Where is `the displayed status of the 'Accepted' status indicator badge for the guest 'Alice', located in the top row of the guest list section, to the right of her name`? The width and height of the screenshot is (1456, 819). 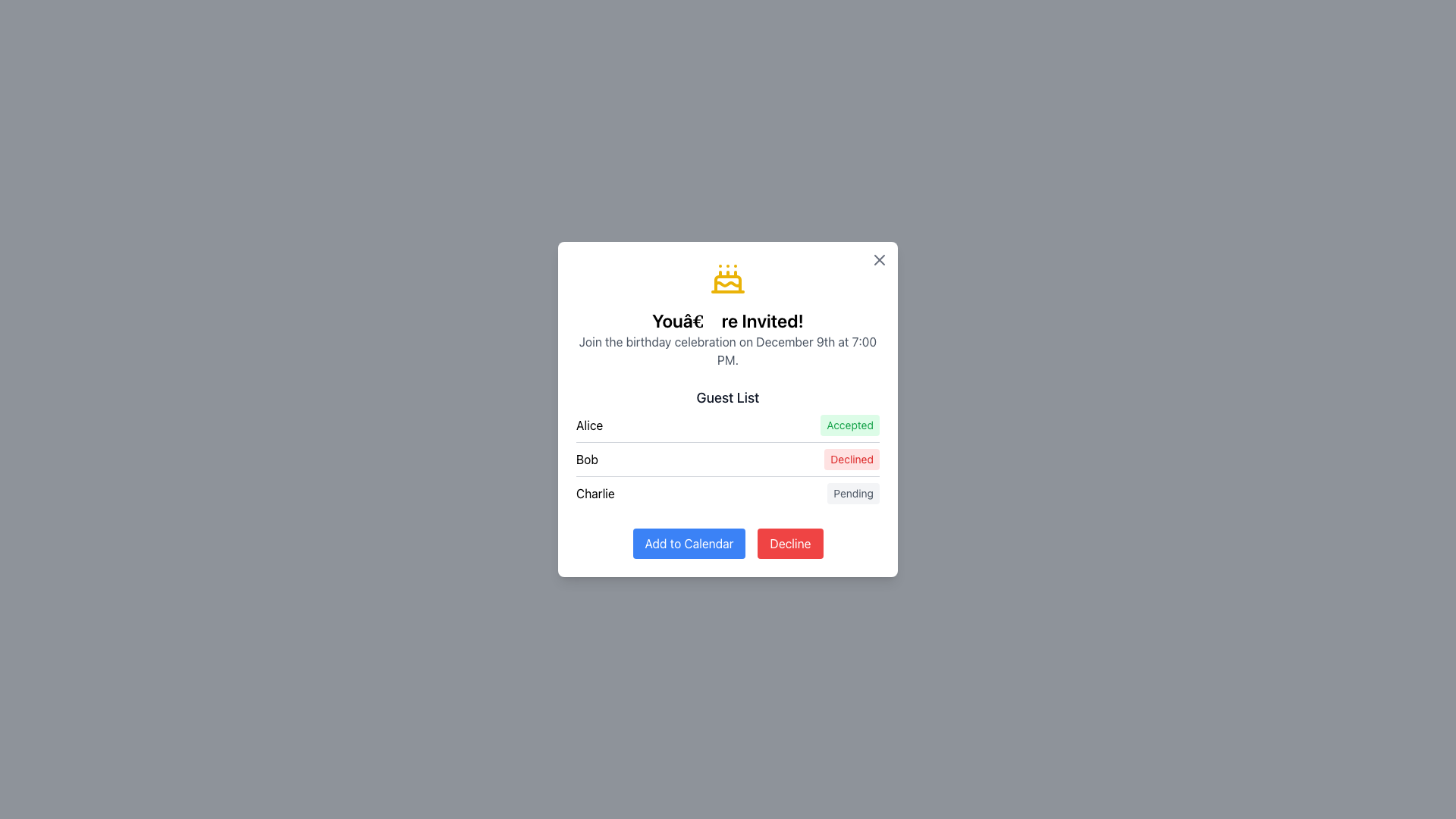 the displayed status of the 'Accepted' status indicator badge for the guest 'Alice', located in the top row of the guest list section, to the right of her name is located at coordinates (850, 425).